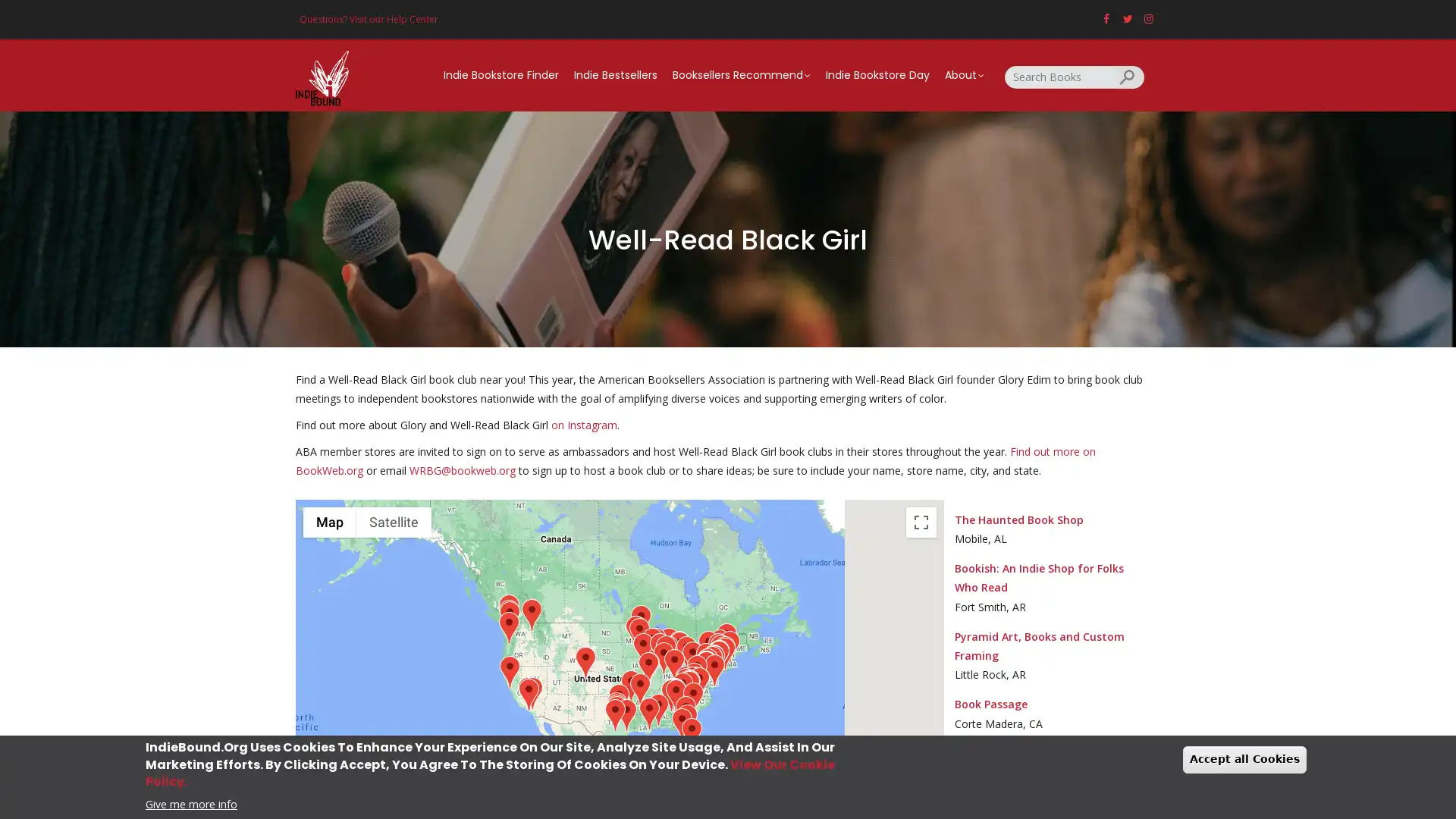  What do you see at coordinates (713, 660) in the screenshot?
I see `Inkwood Books (NJ)` at bounding box center [713, 660].